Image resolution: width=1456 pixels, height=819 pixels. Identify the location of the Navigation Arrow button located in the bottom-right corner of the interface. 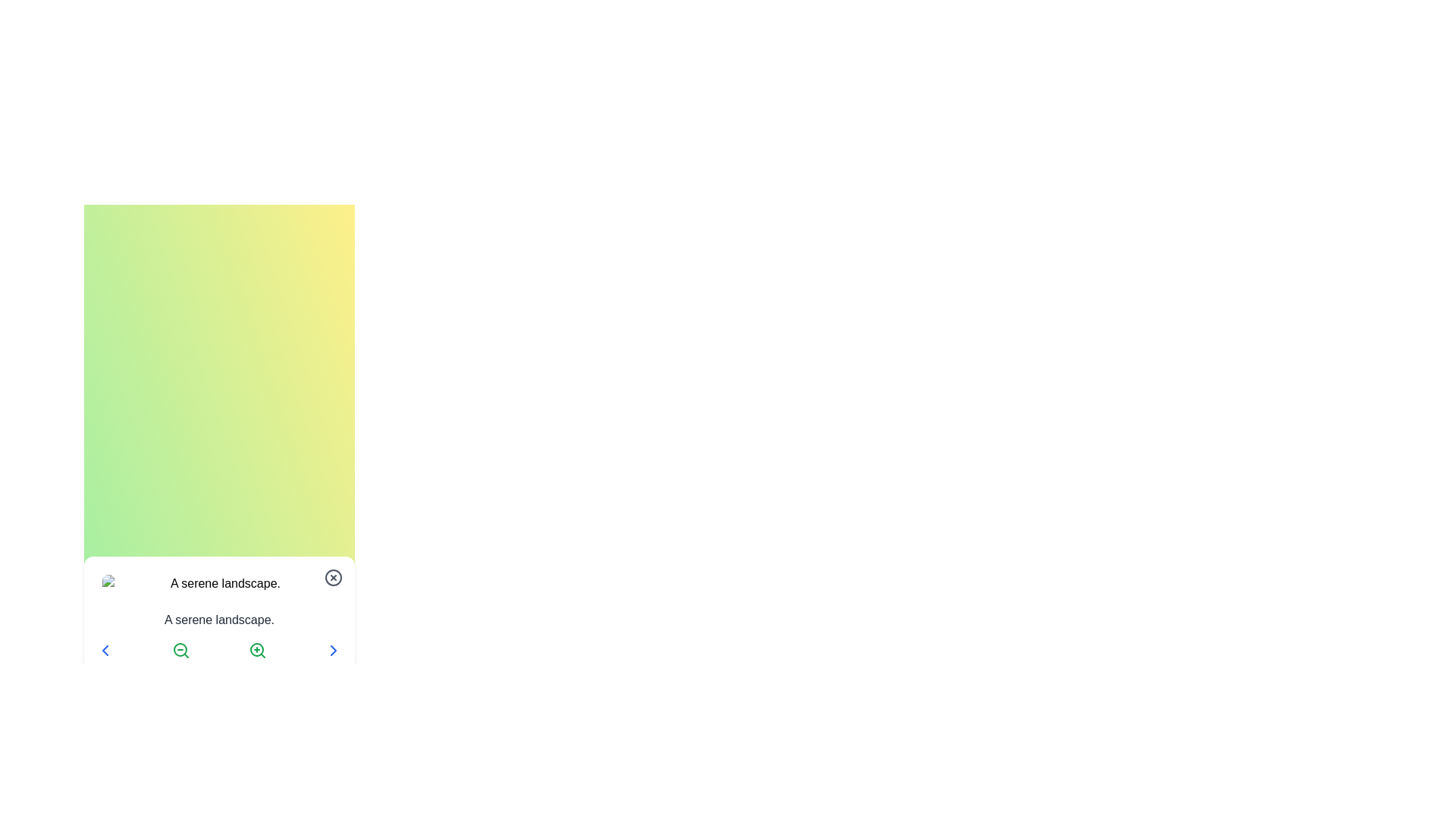
(333, 649).